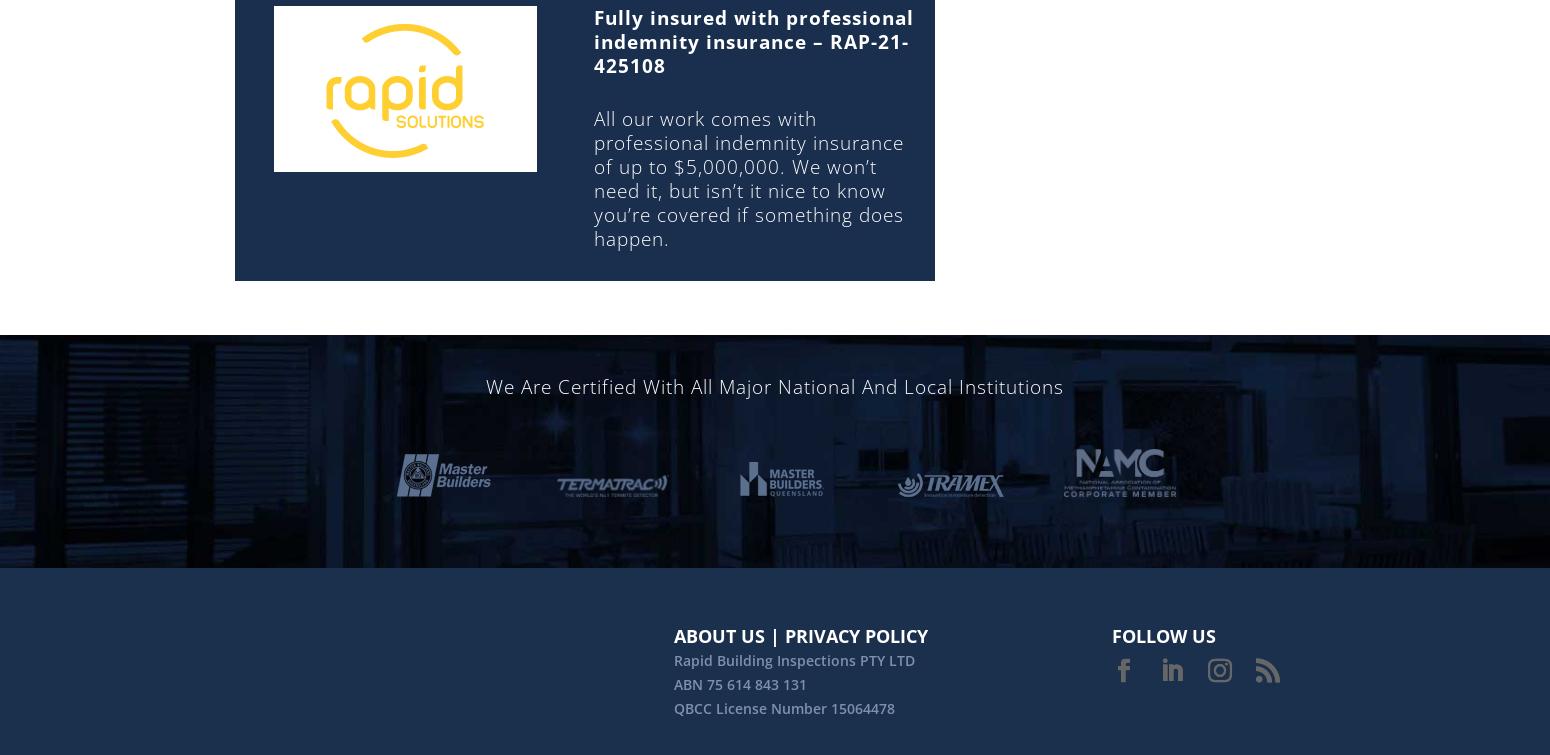 The image size is (1550, 755). Describe the element at coordinates (775, 635) in the screenshot. I see `'|'` at that location.